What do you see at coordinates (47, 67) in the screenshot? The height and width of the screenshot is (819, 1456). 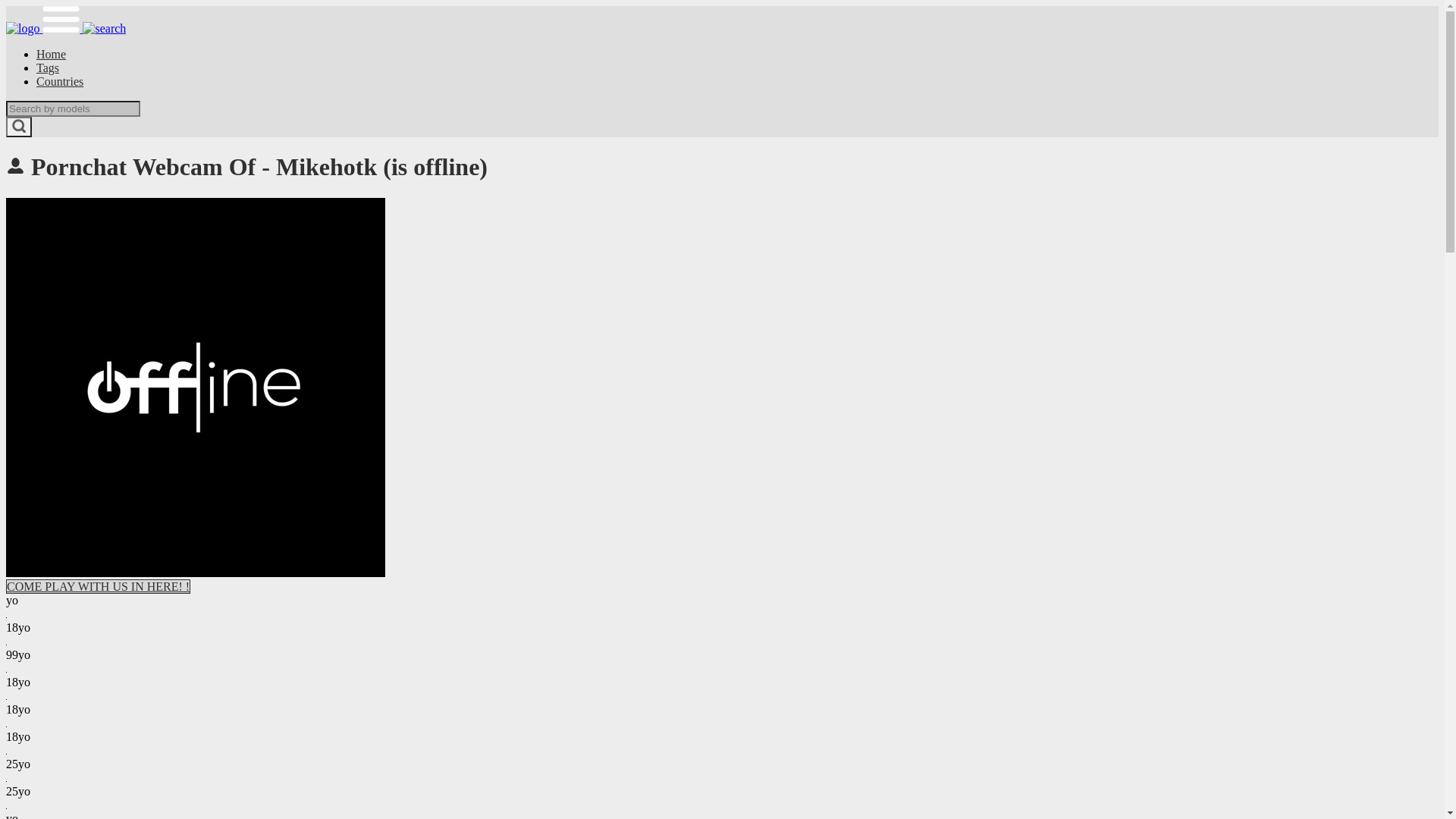 I see `'Tags'` at bounding box center [47, 67].